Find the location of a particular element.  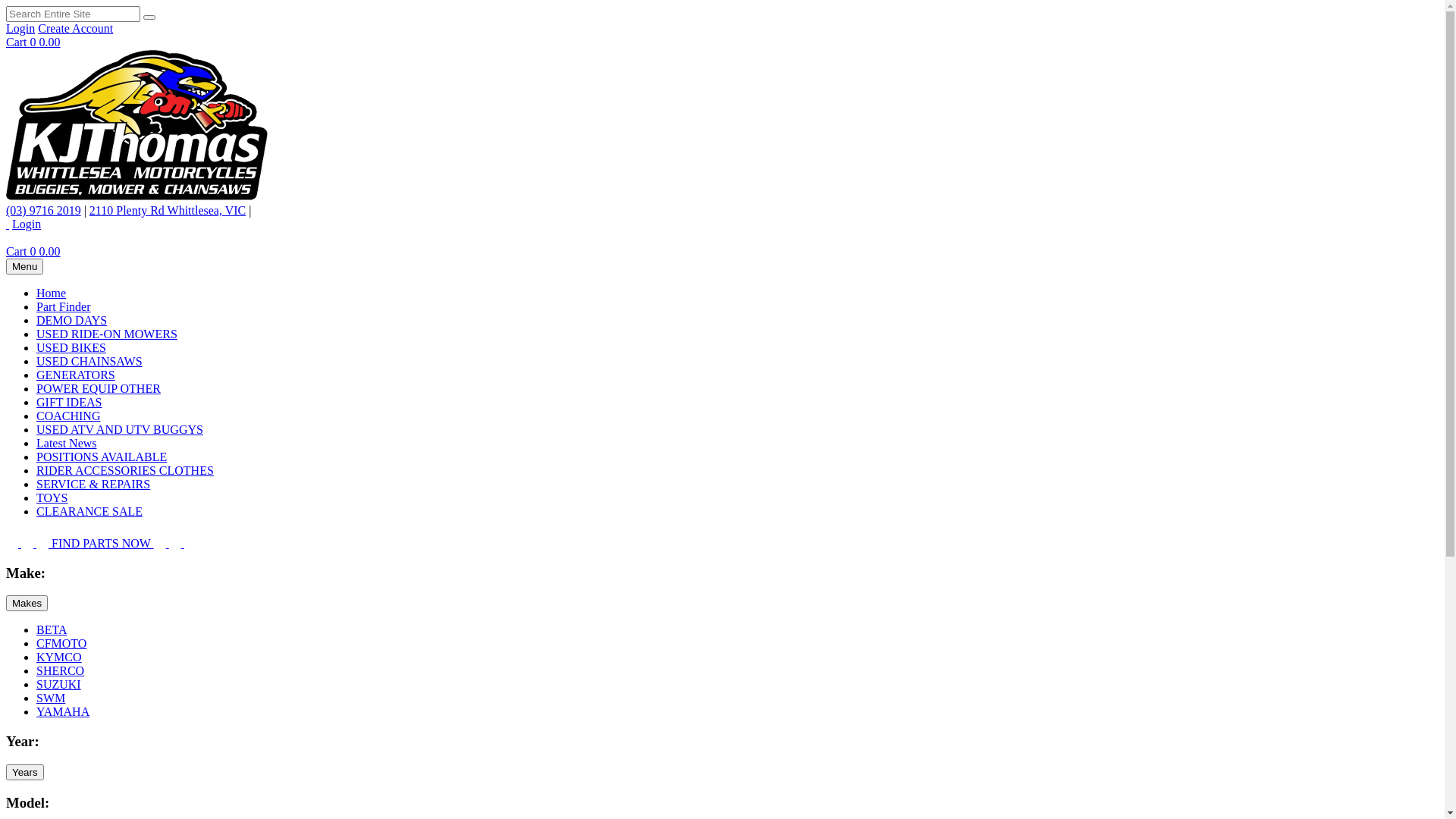

'Menu' is located at coordinates (24, 265).